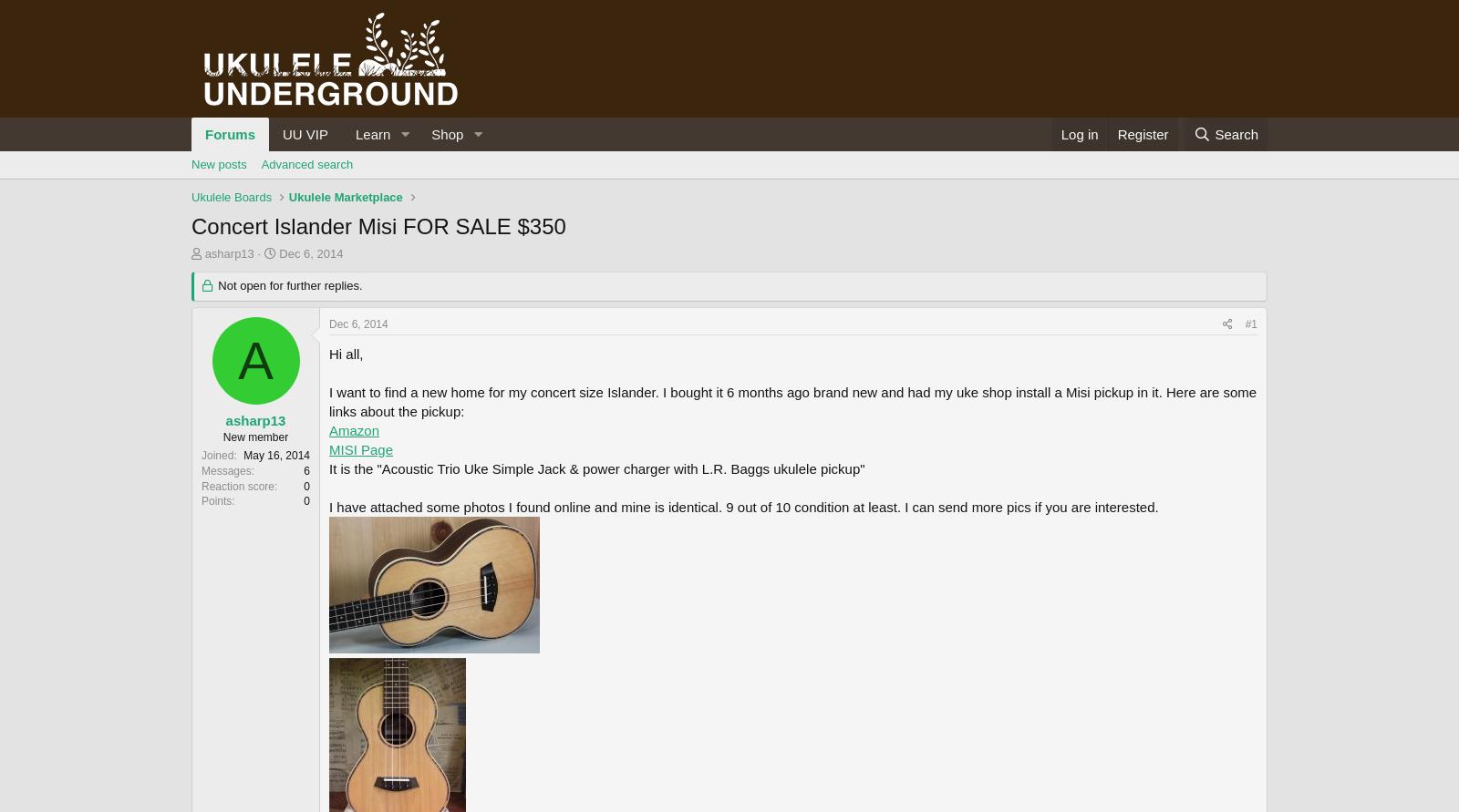 Image resolution: width=1459 pixels, height=812 pixels. Describe the element at coordinates (232, 197) in the screenshot. I see `'Ukulele Boards'` at that location.